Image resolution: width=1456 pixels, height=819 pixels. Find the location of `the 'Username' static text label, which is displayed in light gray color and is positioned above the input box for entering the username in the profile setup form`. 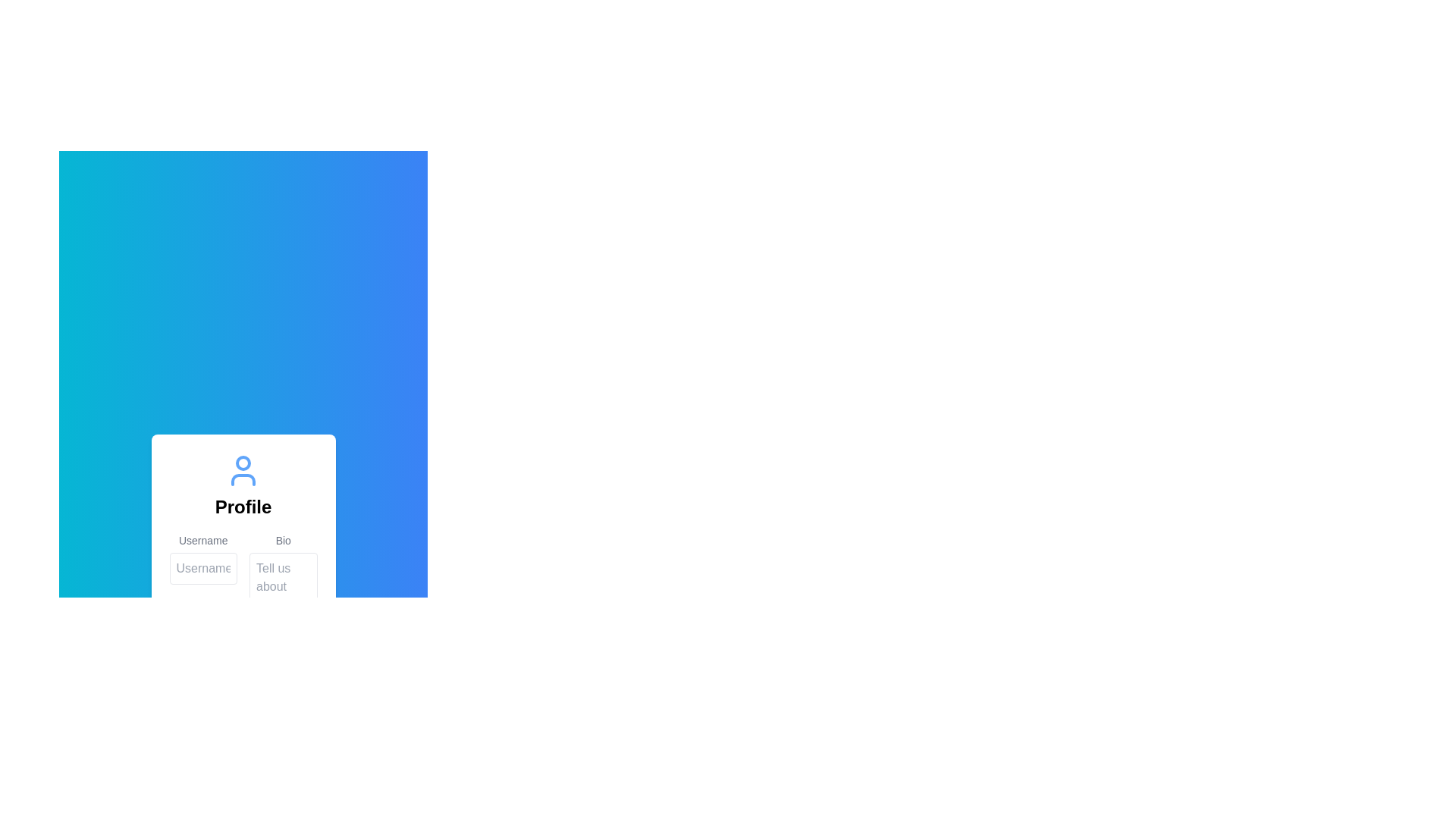

the 'Username' static text label, which is displayed in light gray color and is positioned above the input box for entering the username in the profile setup form is located at coordinates (202, 539).